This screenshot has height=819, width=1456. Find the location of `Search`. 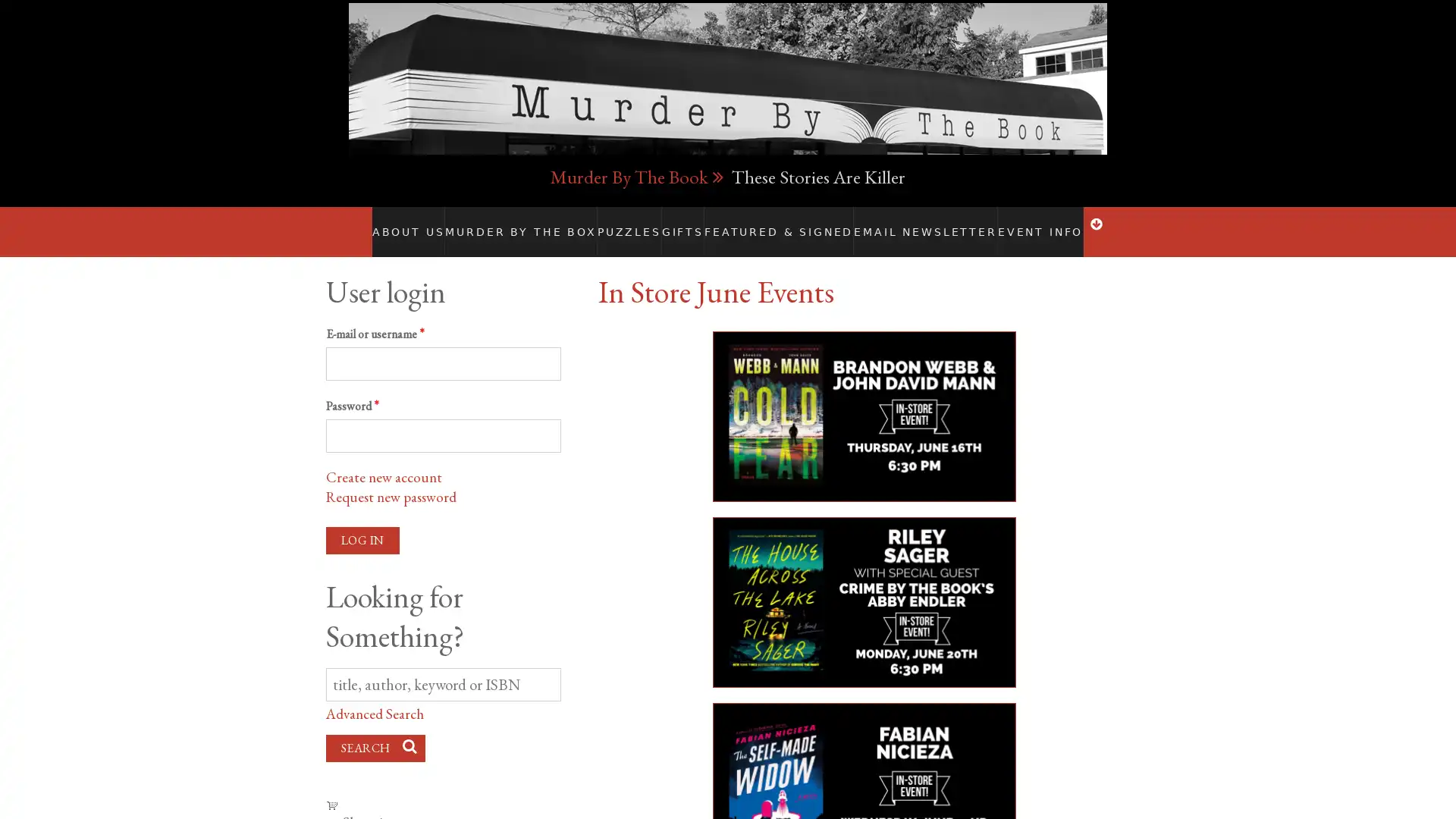

Search is located at coordinates (375, 768).